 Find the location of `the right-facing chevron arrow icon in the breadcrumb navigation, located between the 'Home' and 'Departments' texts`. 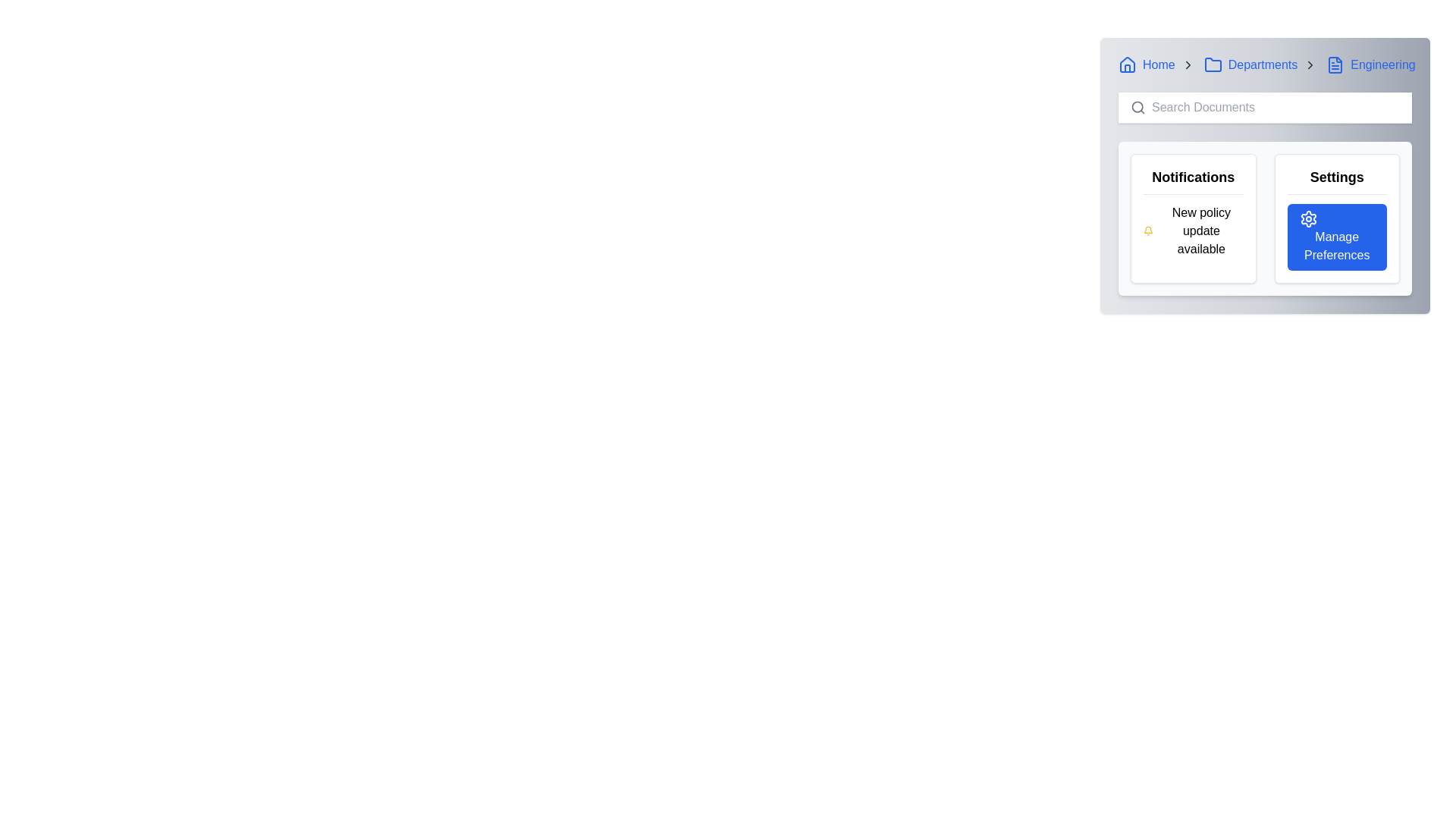

the right-facing chevron arrow icon in the breadcrumb navigation, located between the 'Home' and 'Departments' texts is located at coordinates (1187, 64).